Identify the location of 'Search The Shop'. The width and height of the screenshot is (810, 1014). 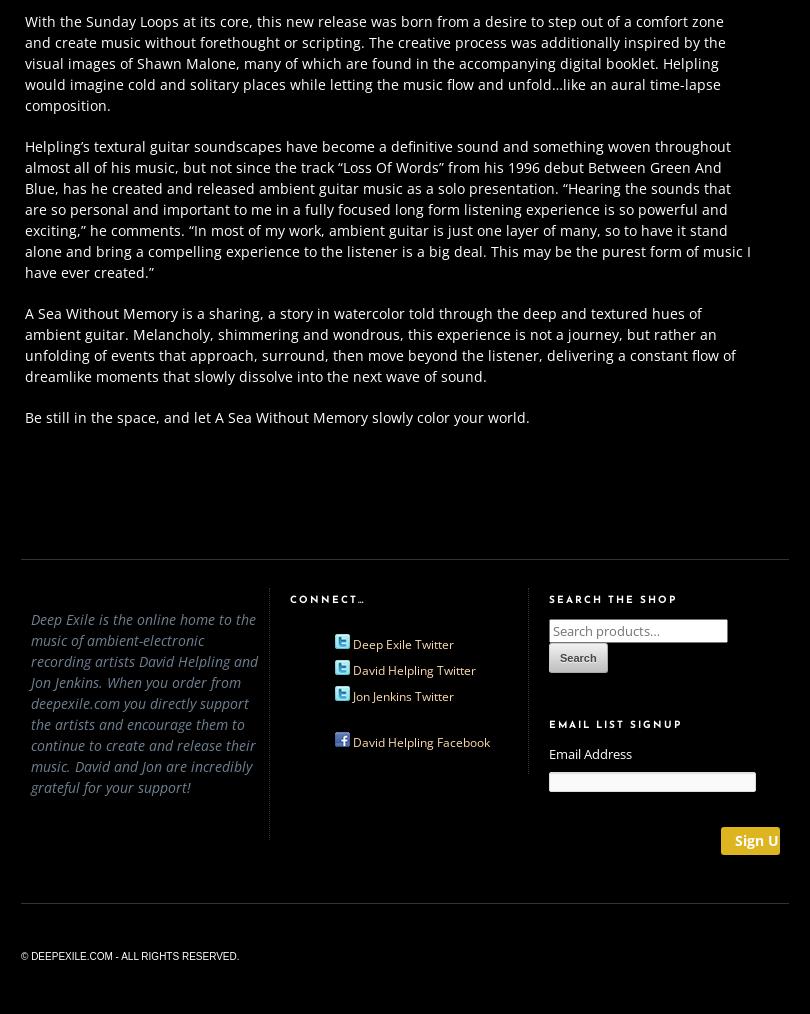
(612, 600).